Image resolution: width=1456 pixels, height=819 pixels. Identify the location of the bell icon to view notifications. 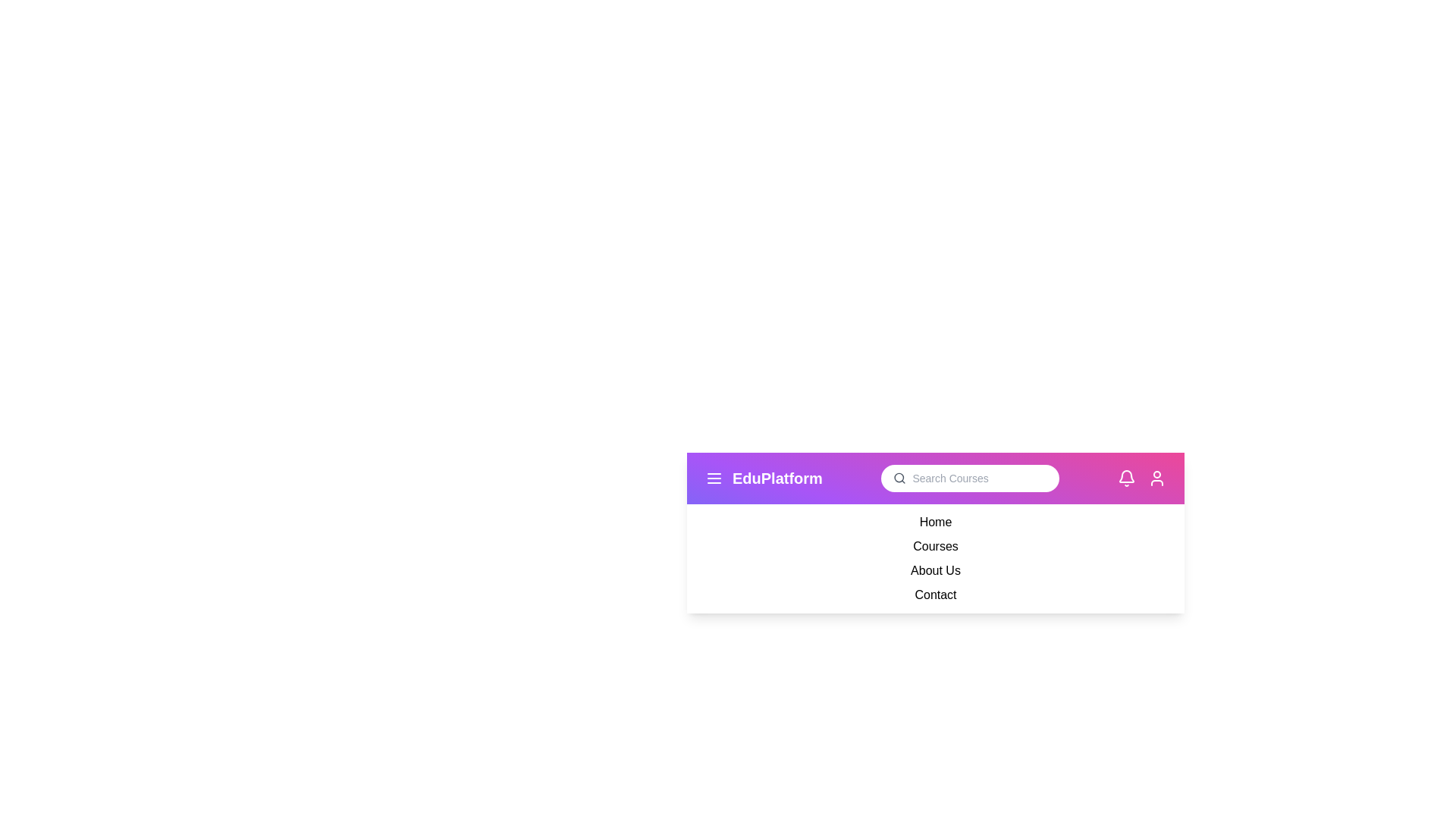
(1127, 479).